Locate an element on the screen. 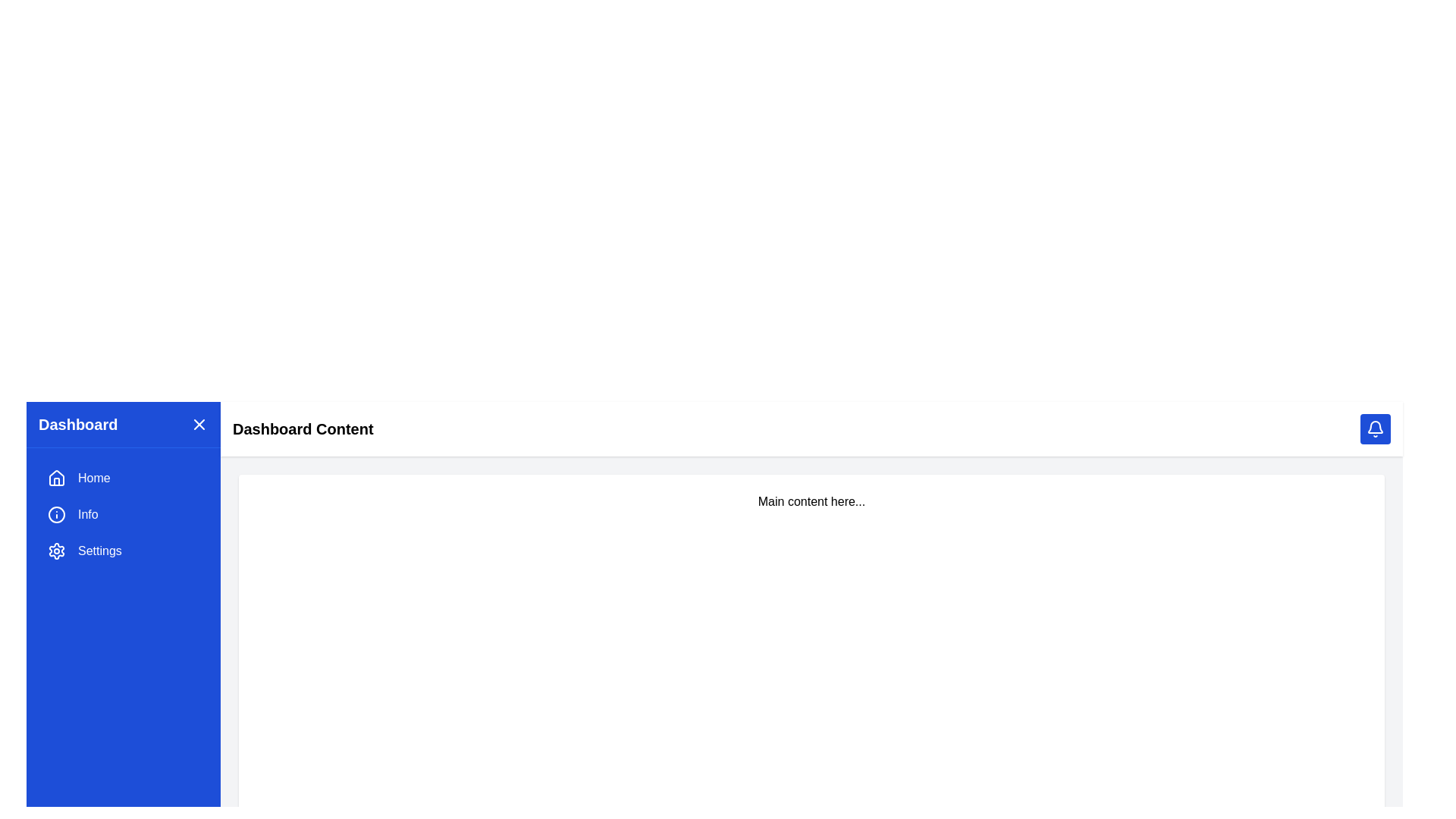  the settings icon located in the left sidebar under the 'Dashboard', 'Home', and 'Info' options, adjacent to the 'Settings' label is located at coordinates (57, 551).